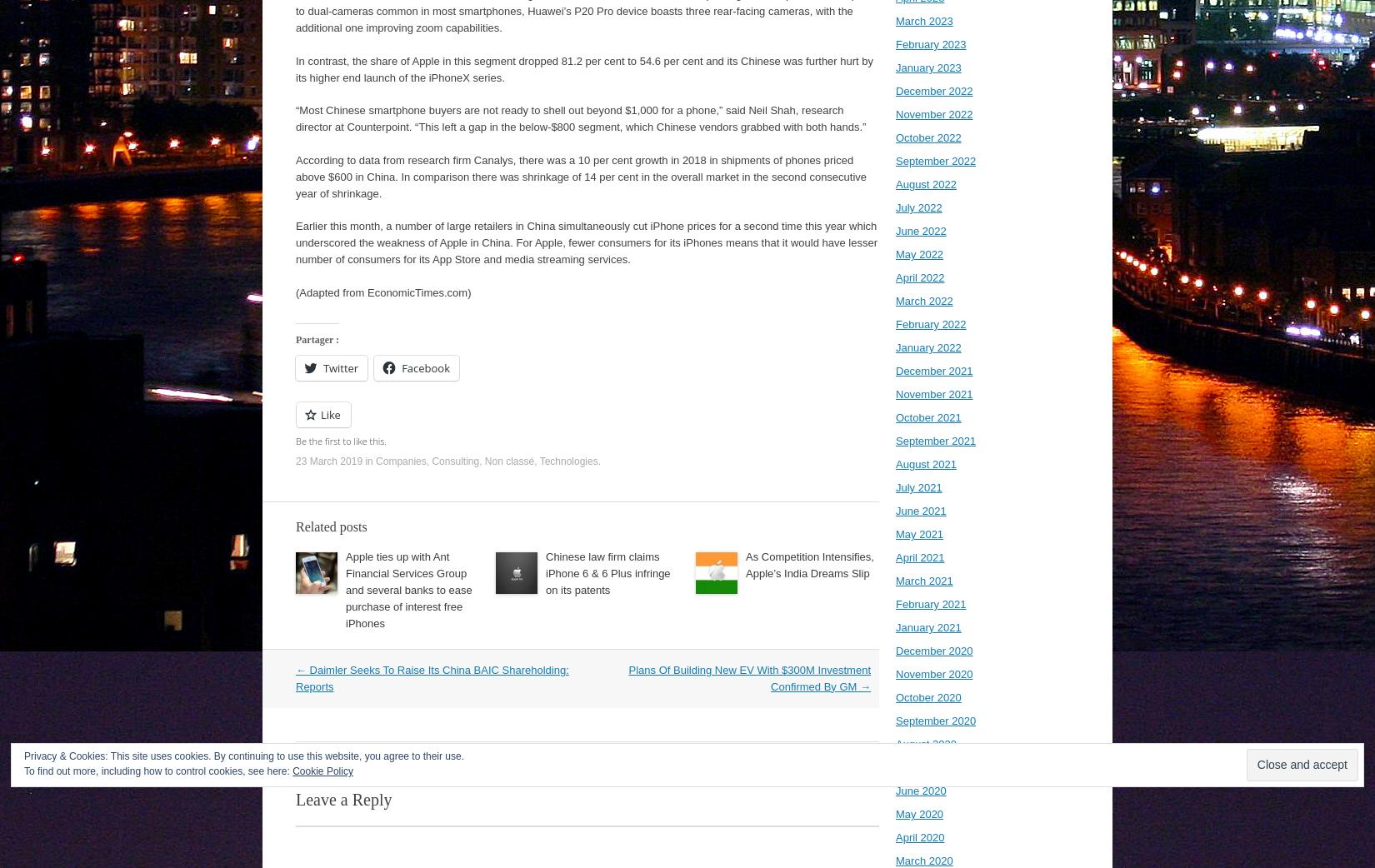 The image size is (1375, 868). What do you see at coordinates (935, 721) in the screenshot?
I see `'September 2020'` at bounding box center [935, 721].